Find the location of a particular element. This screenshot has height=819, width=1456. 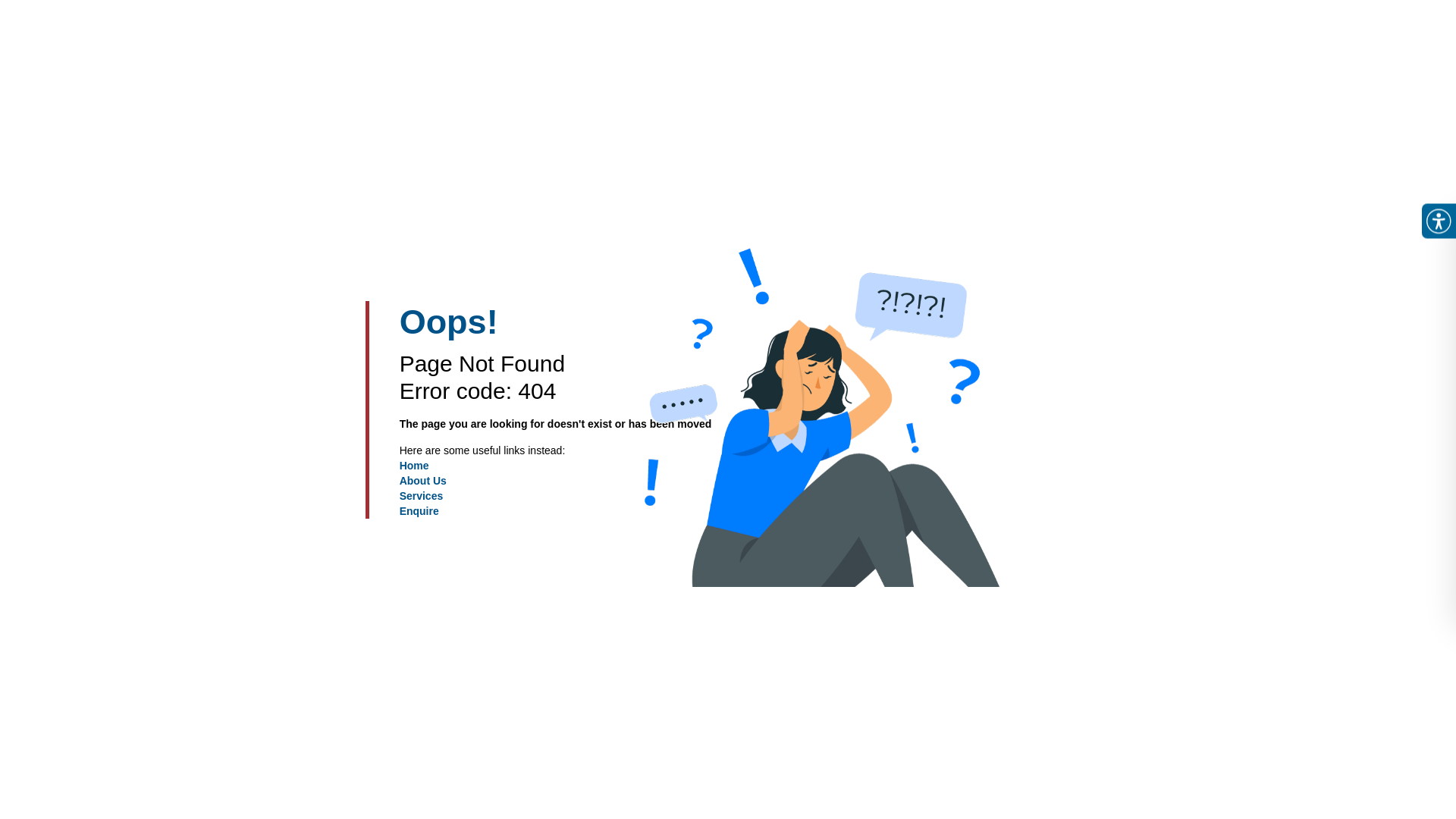

'Home' is located at coordinates (414, 464).